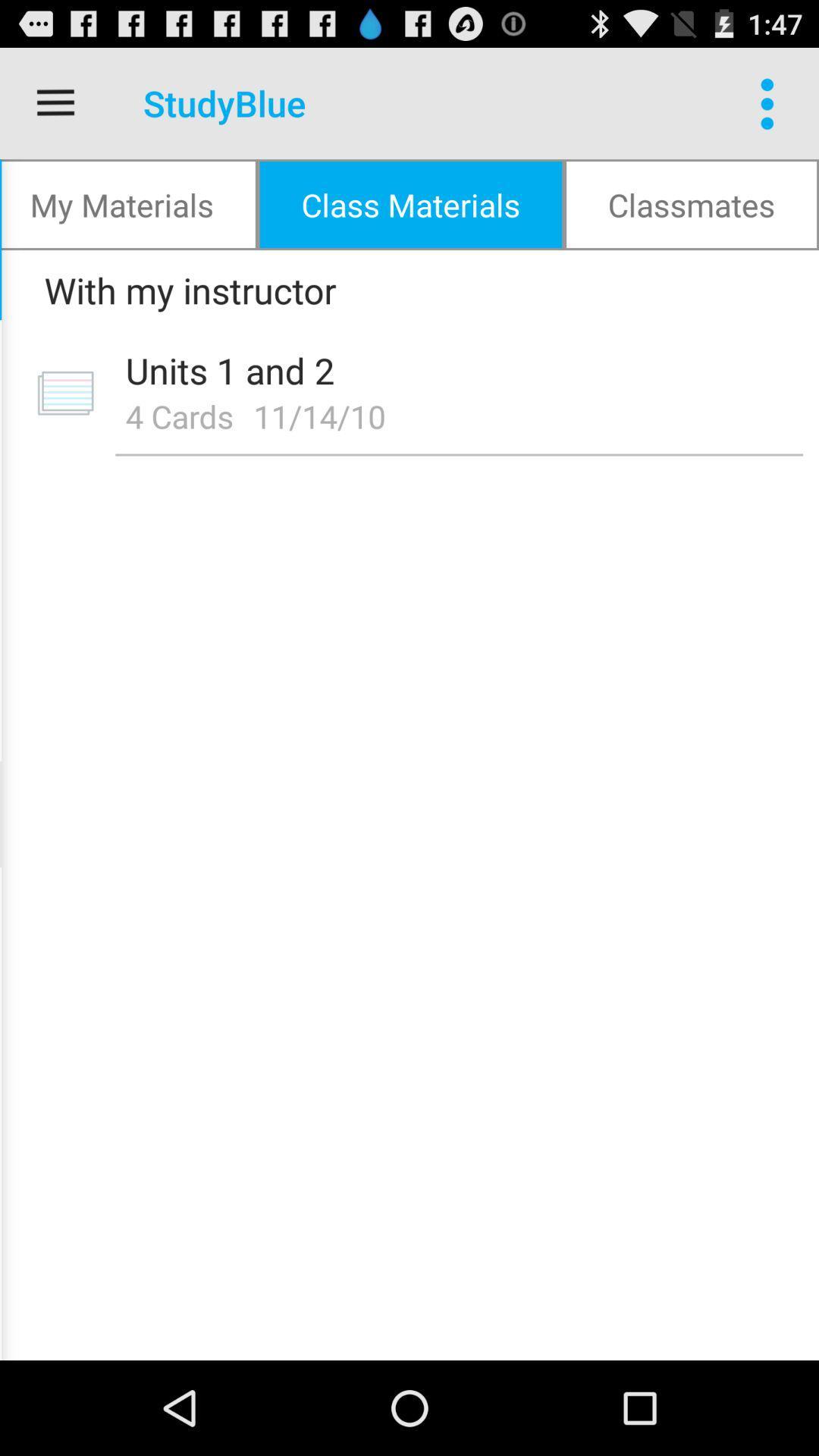 The width and height of the screenshot is (819, 1456). Describe the element at coordinates (64, 393) in the screenshot. I see `icon next to the units 1 and item` at that location.